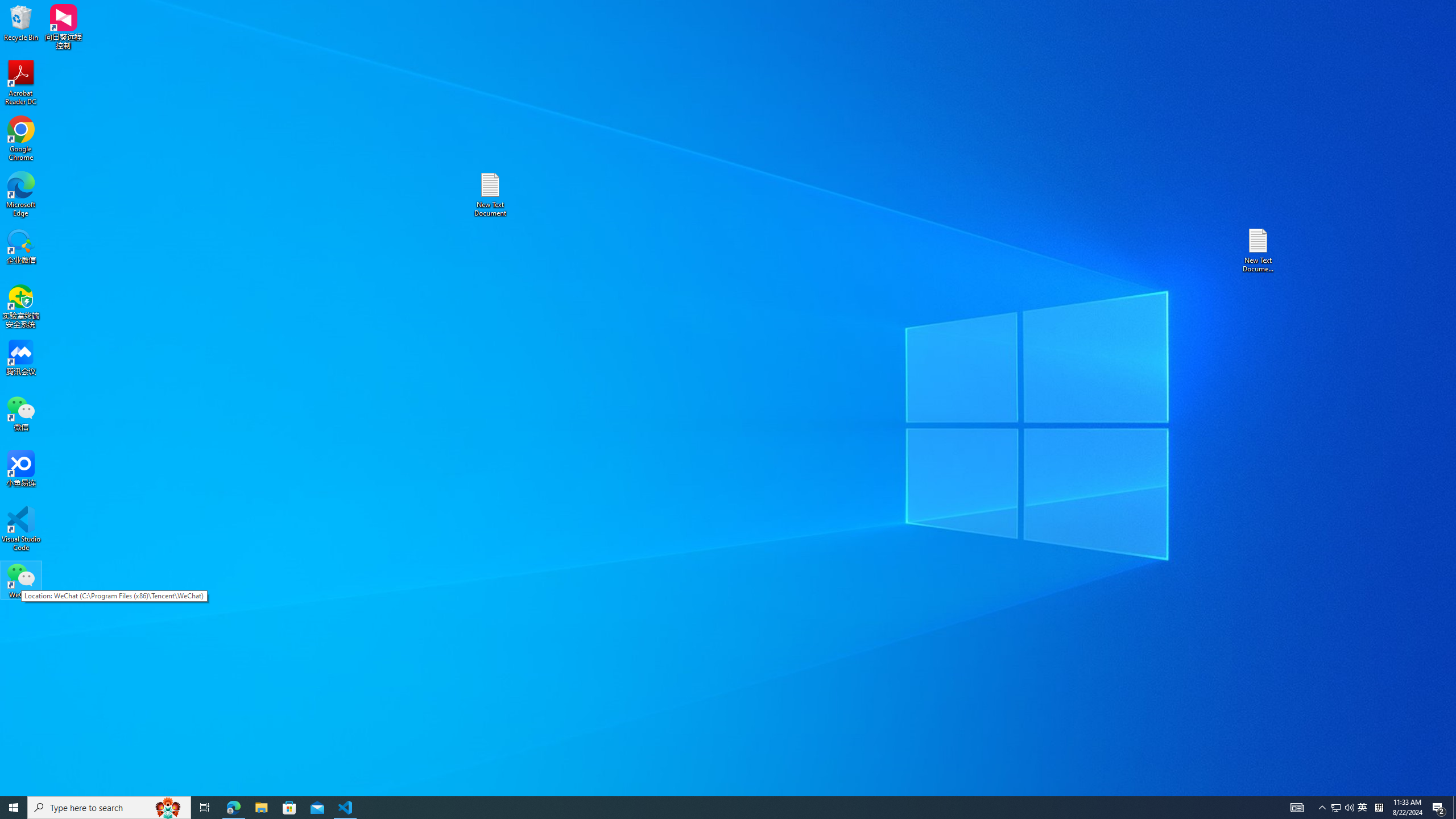 This screenshot has height=819, width=1456. I want to click on 'Microsoft Store', so click(289, 806).